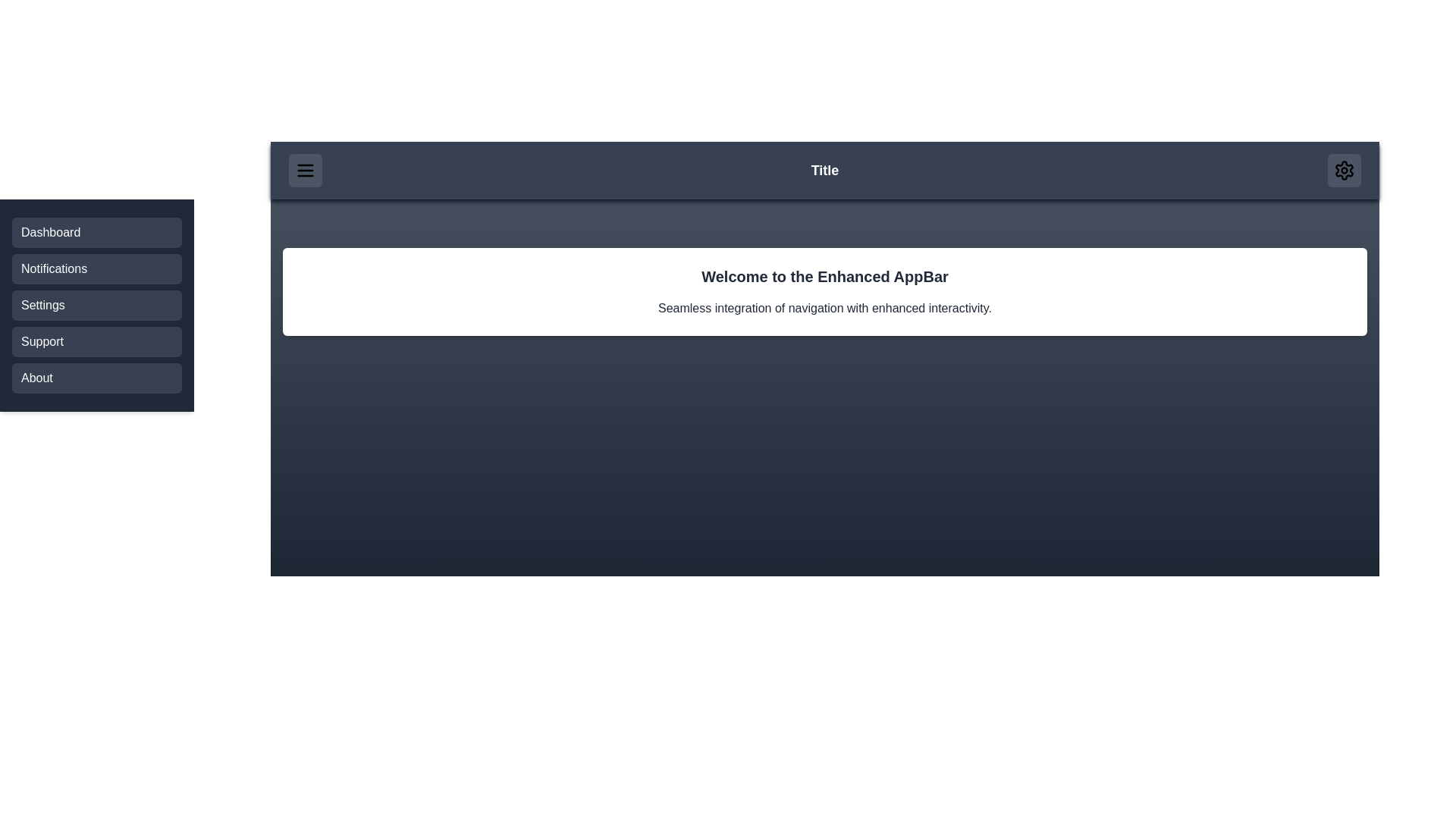  I want to click on the text 'Welcome to the Enhanced AppBar' in the main content area, so click(301, 265).